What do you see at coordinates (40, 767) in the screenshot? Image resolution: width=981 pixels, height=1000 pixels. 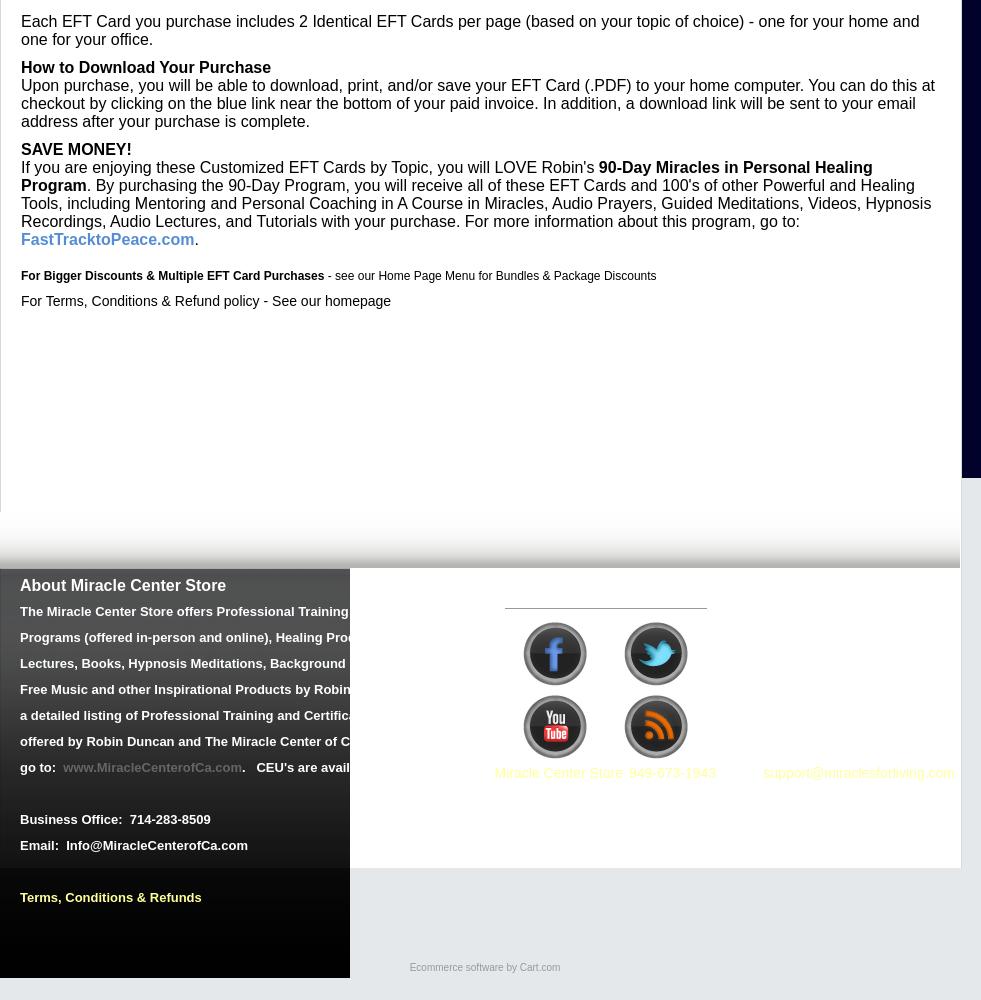 I see `'go to:'` at bounding box center [40, 767].